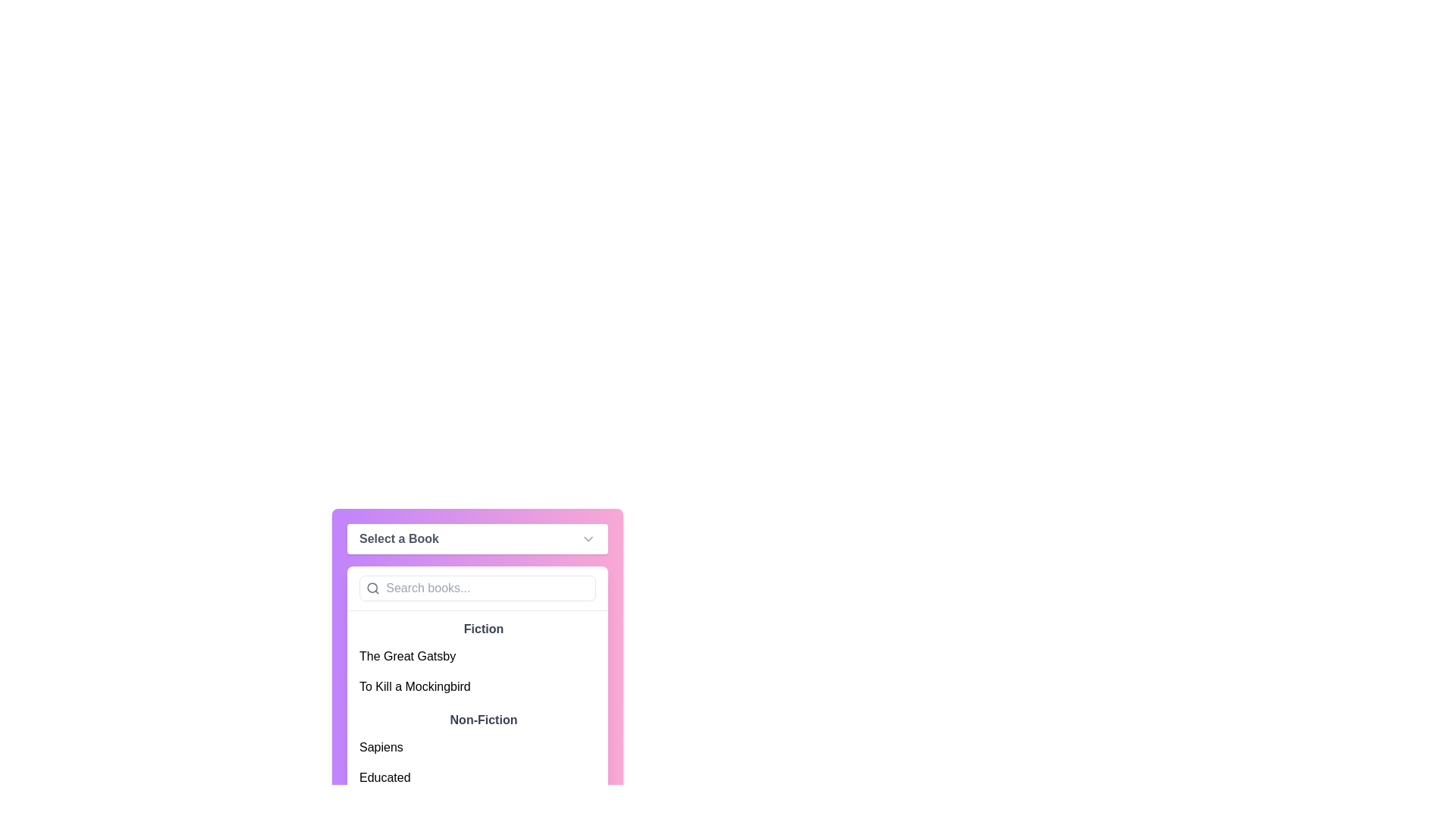 The width and height of the screenshot is (1456, 819). What do you see at coordinates (415, 687) in the screenshot?
I see `the text label 'To Kill a Mockingbird' in the dropdown menu under the 'Fiction' category` at bounding box center [415, 687].